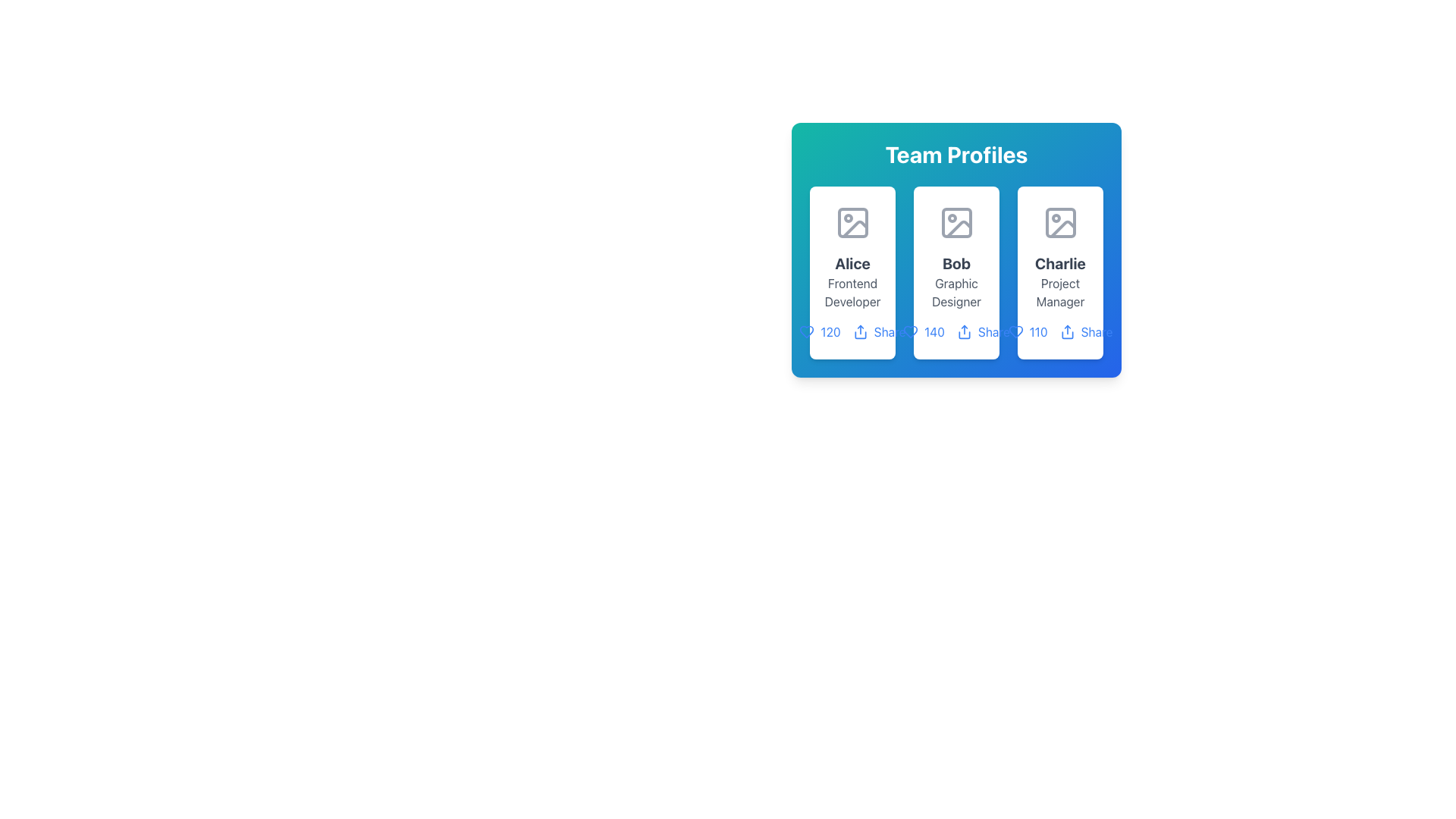  What do you see at coordinates (806, 331) in the screenshot?
I see `the blue outlined heart icon located under the '120' count in Alice's profile card to like or favorite the profile` at bounding box center [806, 331].